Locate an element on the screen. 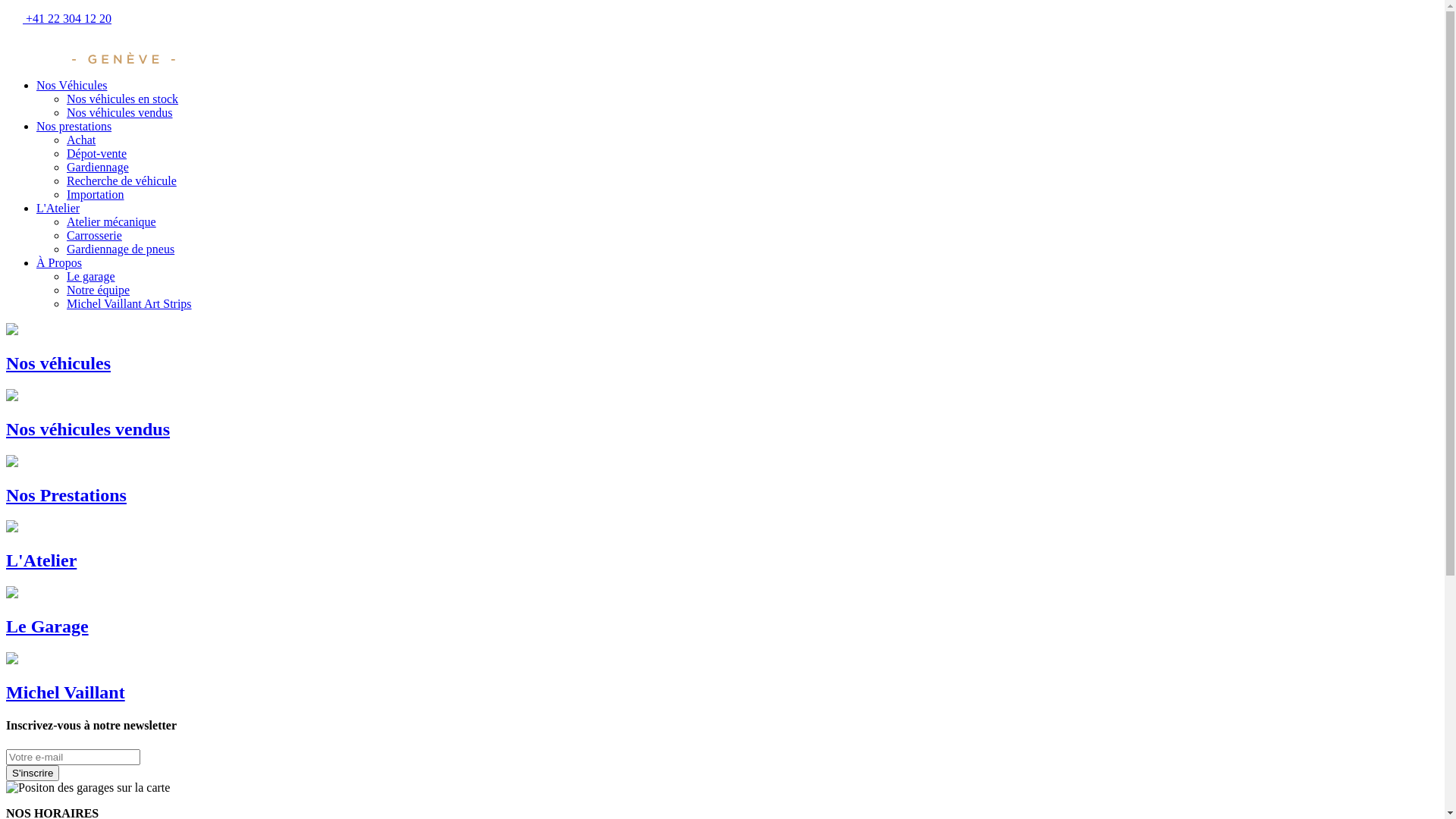 Image resolution: width=1456 pixels, height=819 pixels. 'Gardiennage' is located at coordinates (97, 167).